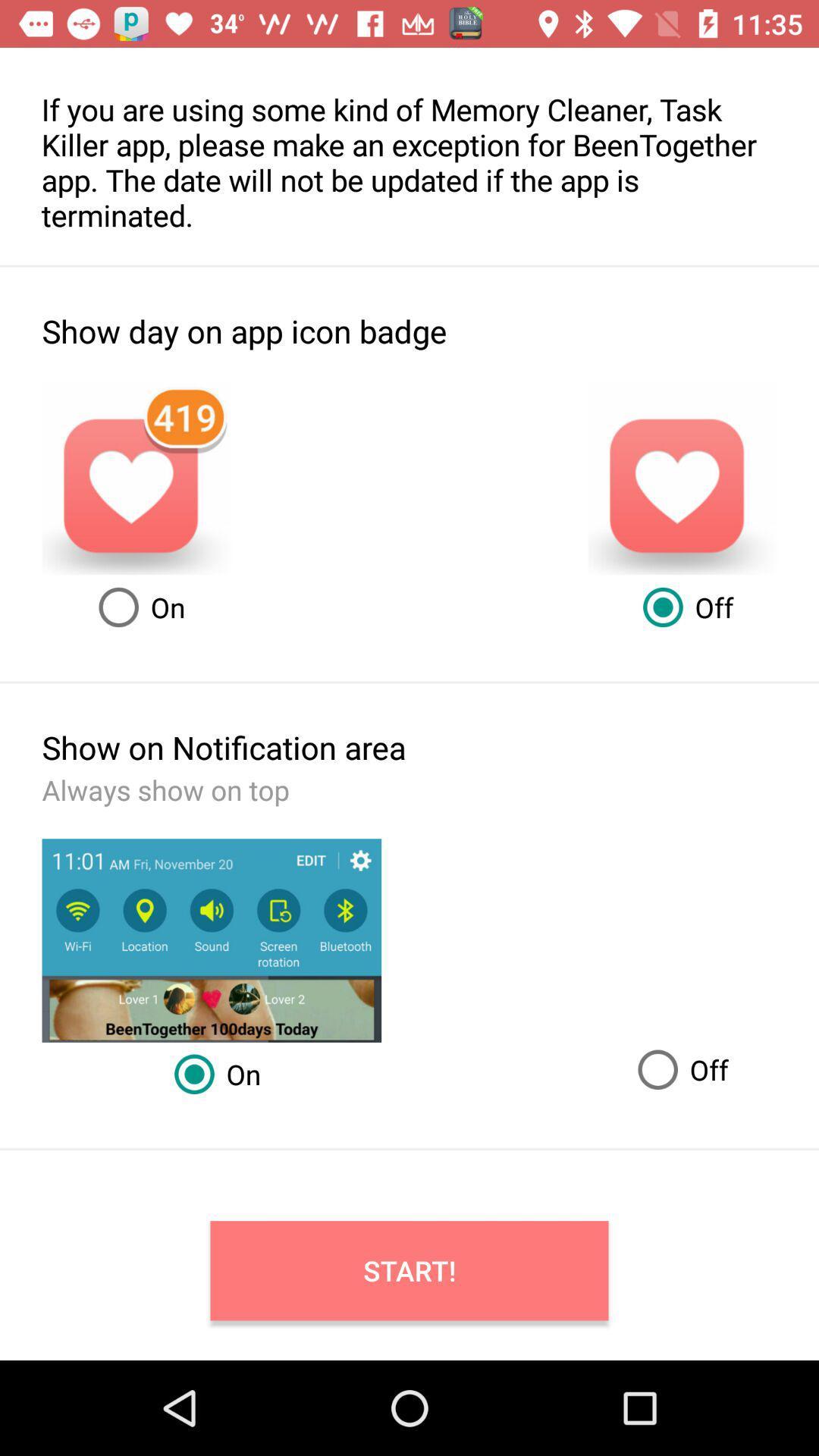 The image size is (819, 1456). Describe the element at coordinates (212, 940) in the screenshot. I see `the image above on radio button` at that location.